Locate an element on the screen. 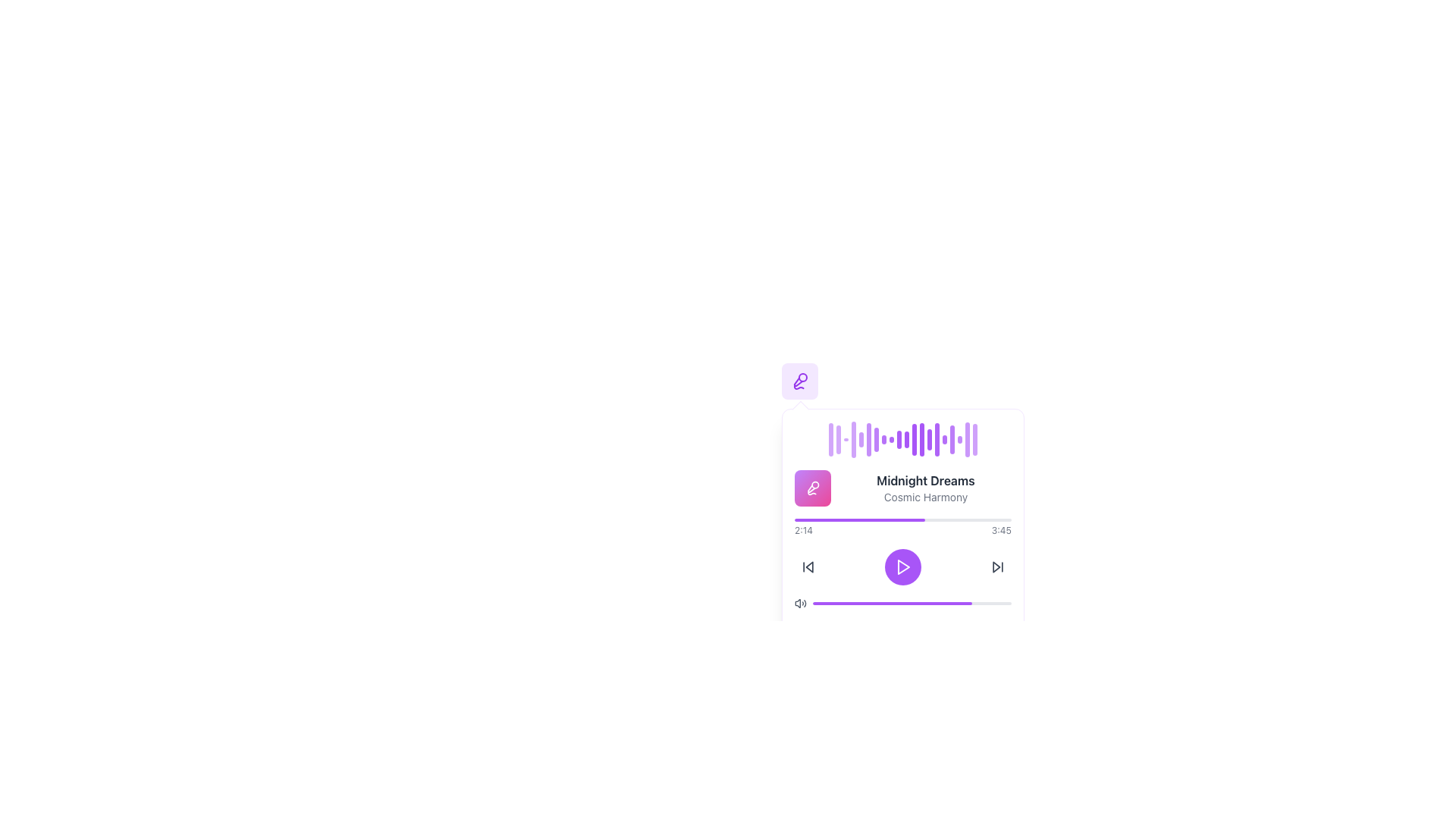  the Progress Bar to move to a specific time in the media playback is located at coordinates (902, 526).